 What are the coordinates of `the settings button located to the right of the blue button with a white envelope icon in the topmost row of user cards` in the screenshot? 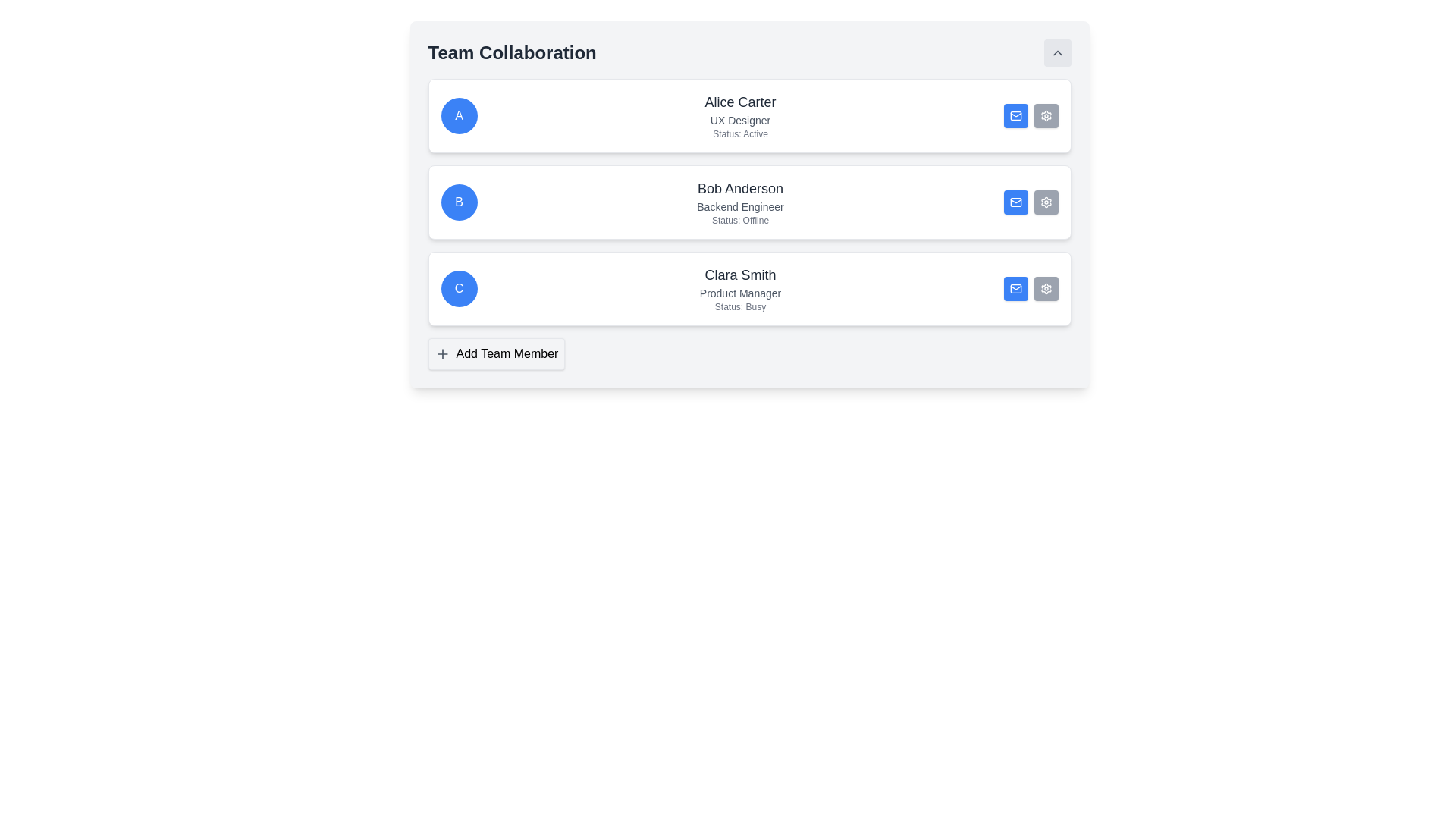 It's located at (1045, 115).